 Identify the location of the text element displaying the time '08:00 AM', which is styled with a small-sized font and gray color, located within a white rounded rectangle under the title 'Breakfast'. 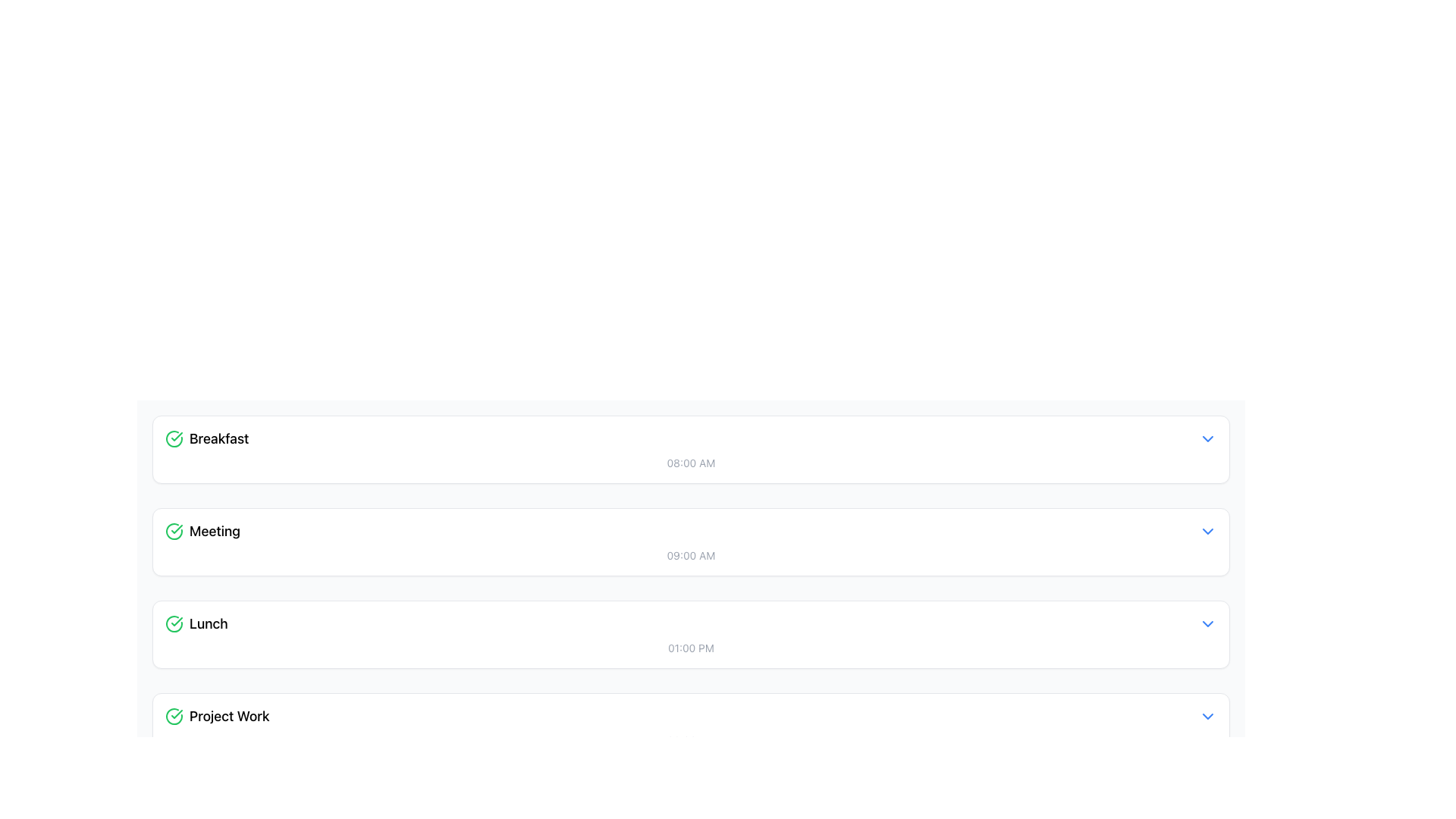
(690, 462).